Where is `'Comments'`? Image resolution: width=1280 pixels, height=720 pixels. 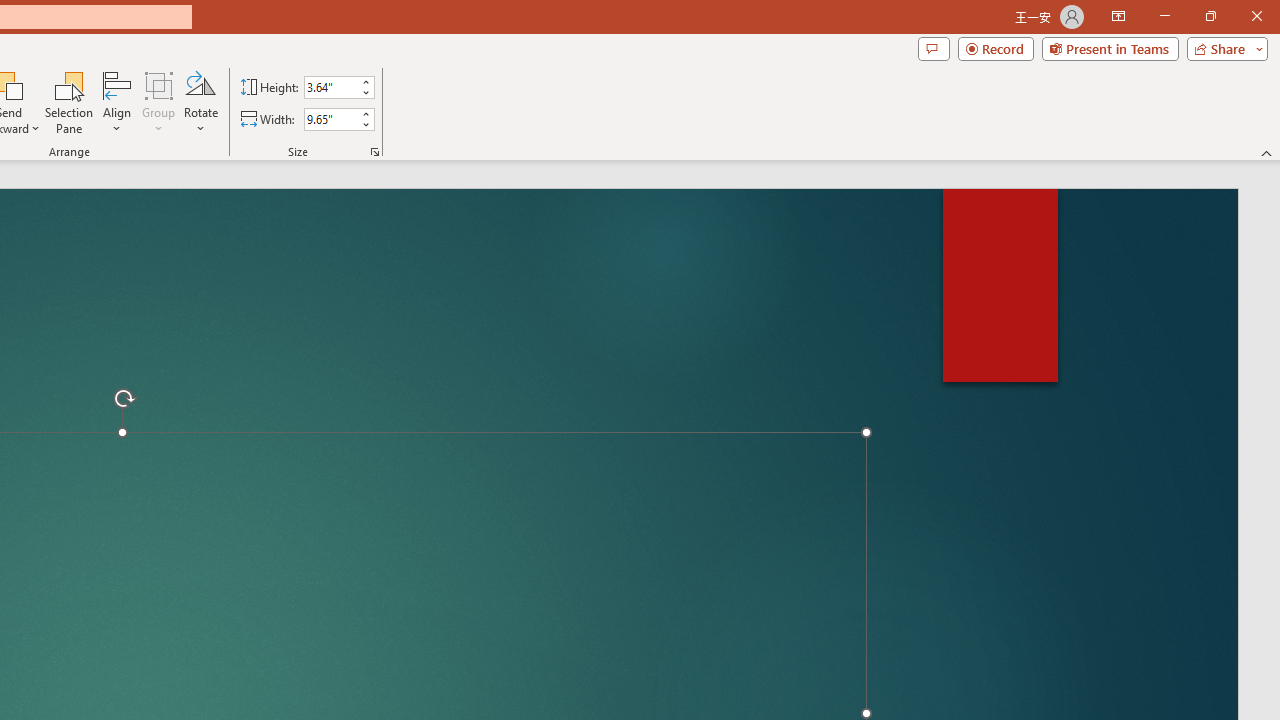
'Comments' is located at coordinates (932, 47).